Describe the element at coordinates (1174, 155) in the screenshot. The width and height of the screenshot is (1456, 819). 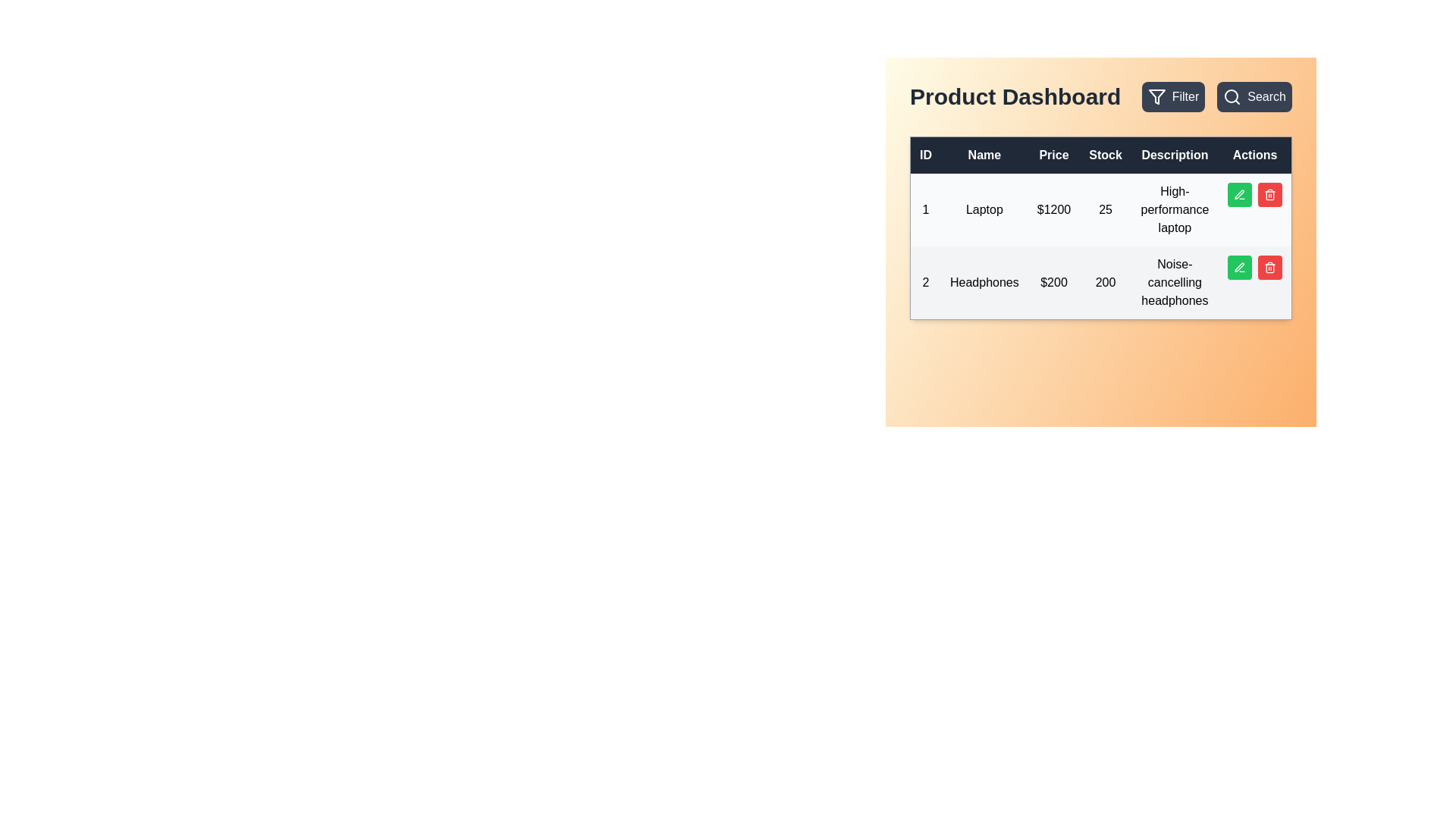
I see `the Text label in the fifth column of the header row, which indicates that the column below it will provide descriptions of the listed items, located between the 'Stock' and 'Actions' columns` at that location.